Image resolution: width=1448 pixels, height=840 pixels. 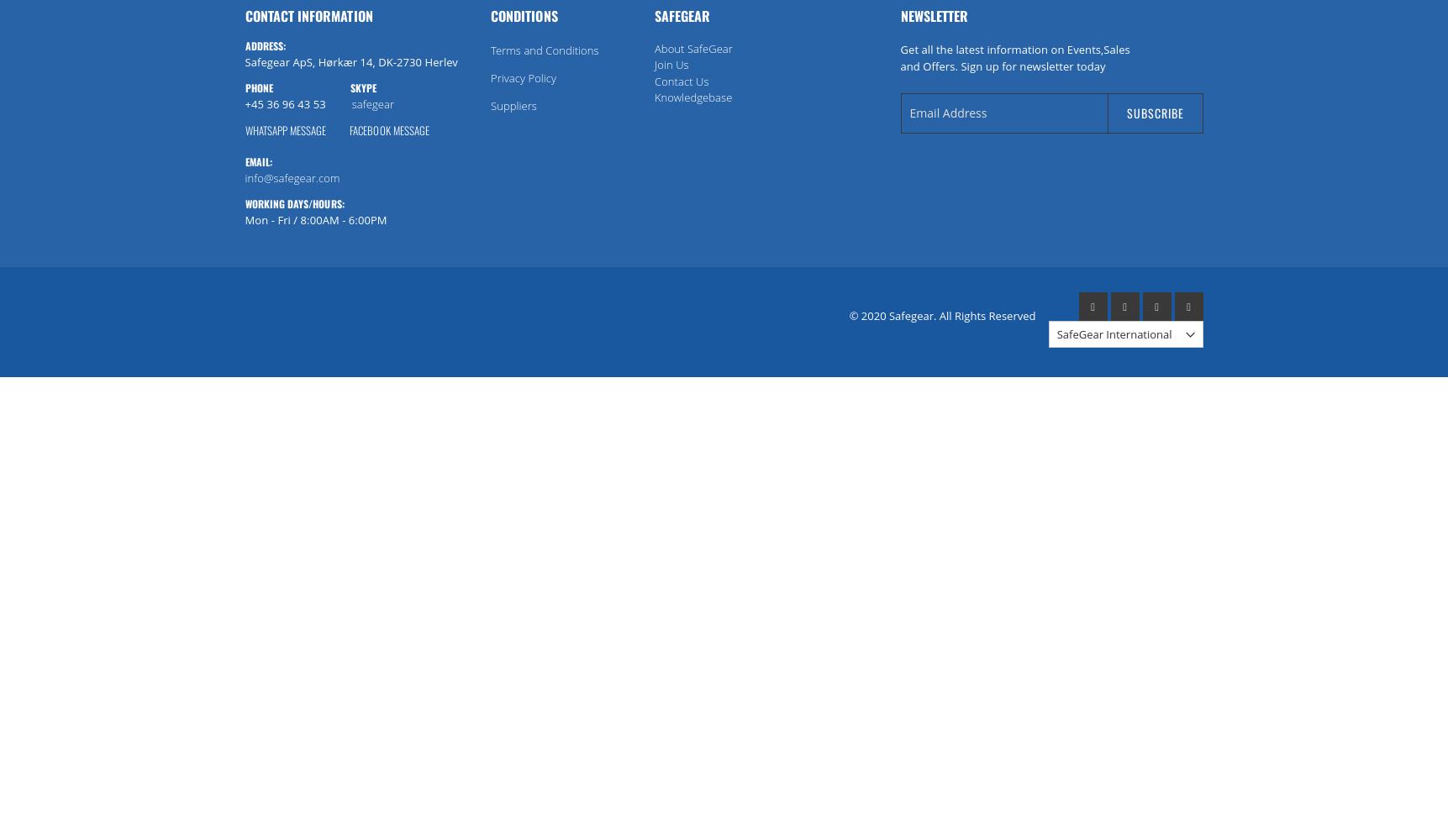 I want to click on 'About SafeGear', so click(x=692, y=48).